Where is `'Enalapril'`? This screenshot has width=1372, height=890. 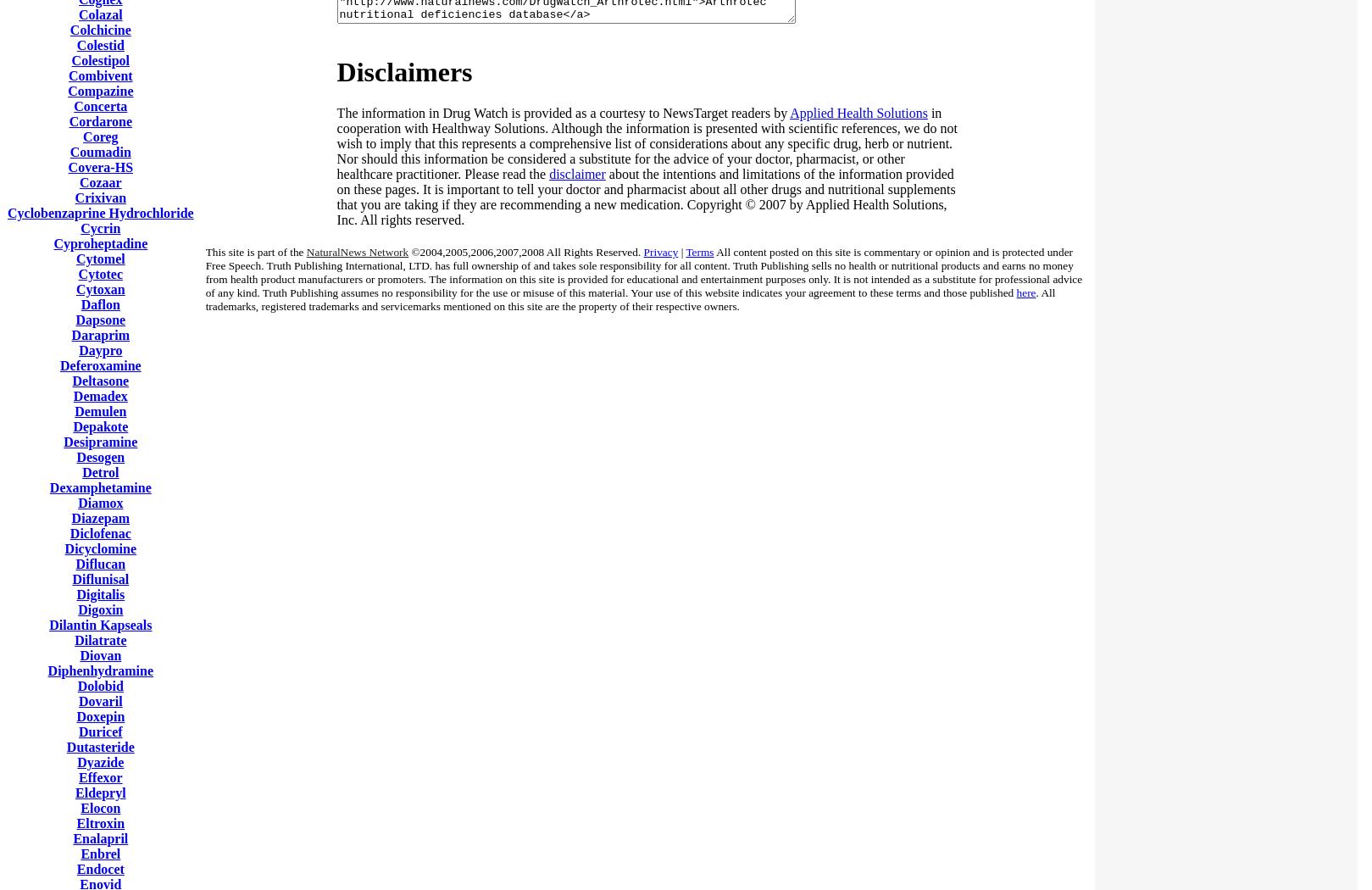
'Enalapril' is located at coordinates (100, 838).